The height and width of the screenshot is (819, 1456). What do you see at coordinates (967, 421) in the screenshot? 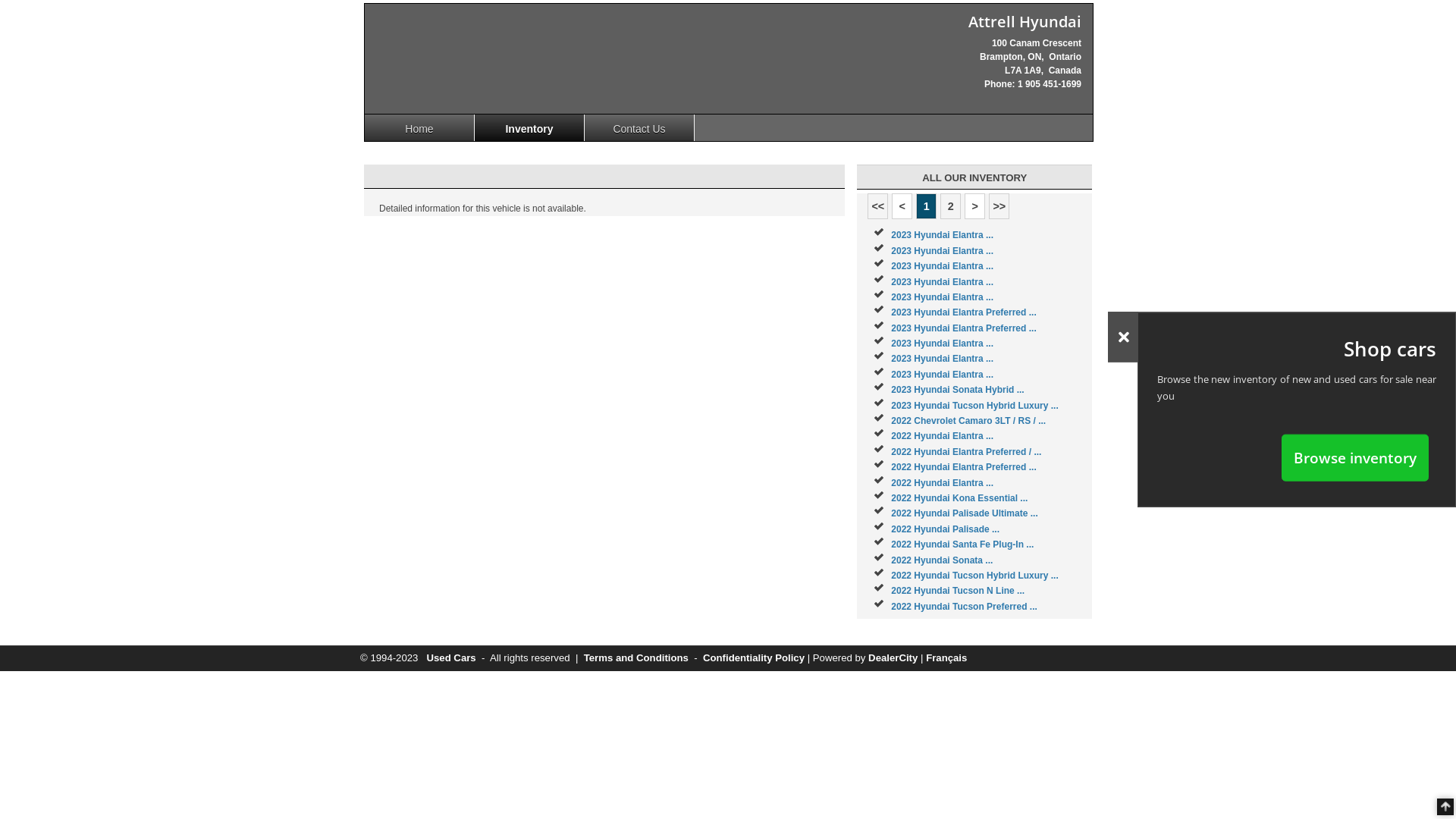
I see `'2022 Chevrolet Camaro 3LT / RS / ...'` at bounding box center [967, 421].